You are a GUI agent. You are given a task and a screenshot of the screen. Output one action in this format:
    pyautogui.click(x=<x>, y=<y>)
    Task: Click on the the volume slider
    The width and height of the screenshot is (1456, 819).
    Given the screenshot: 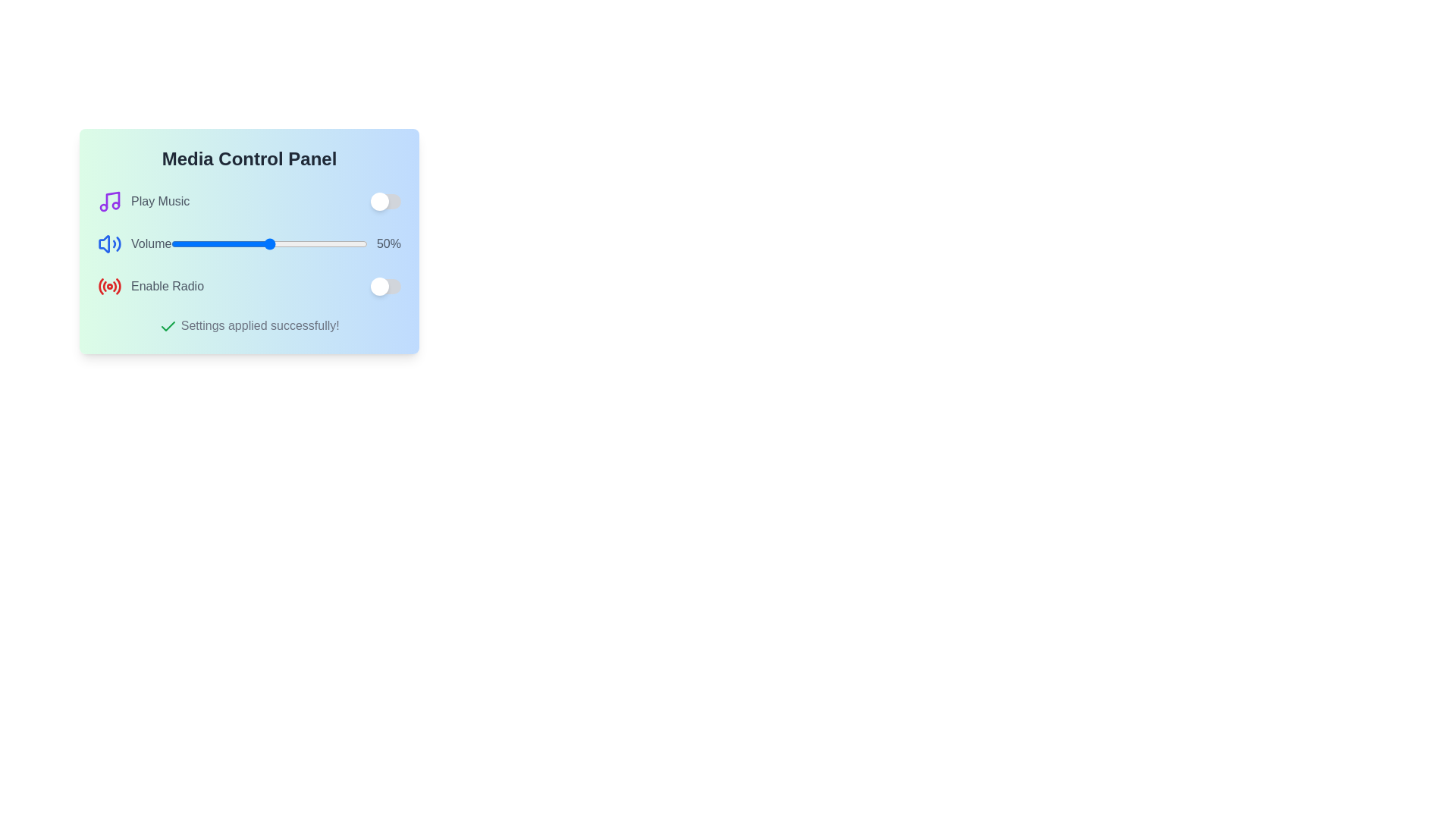 What is the action you would take?
    pyautogui.click(x=287, y=243)
    